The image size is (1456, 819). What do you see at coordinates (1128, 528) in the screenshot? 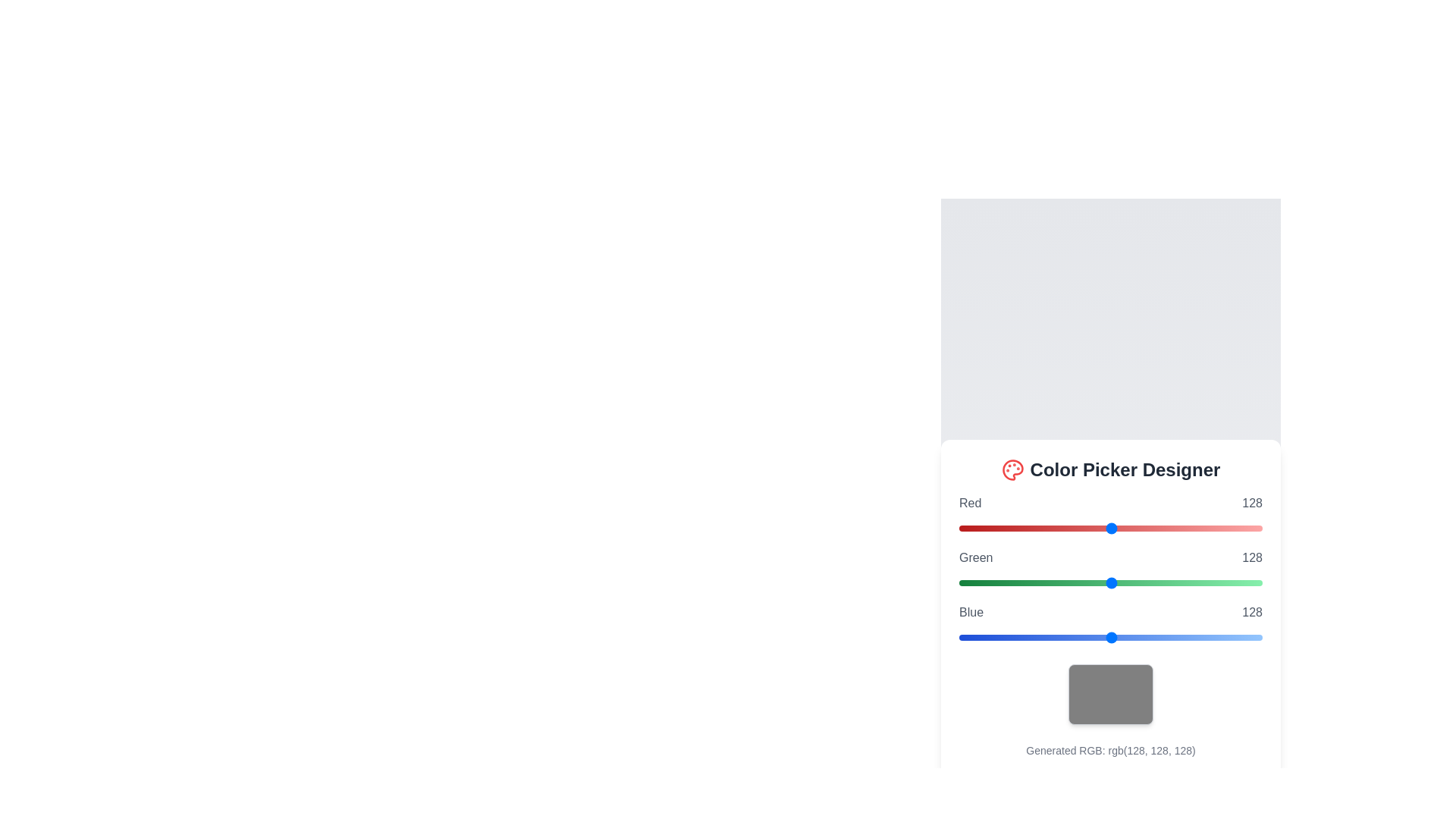
I see `the red color slider to set the value to 142` at bounding box center [1128, 528].